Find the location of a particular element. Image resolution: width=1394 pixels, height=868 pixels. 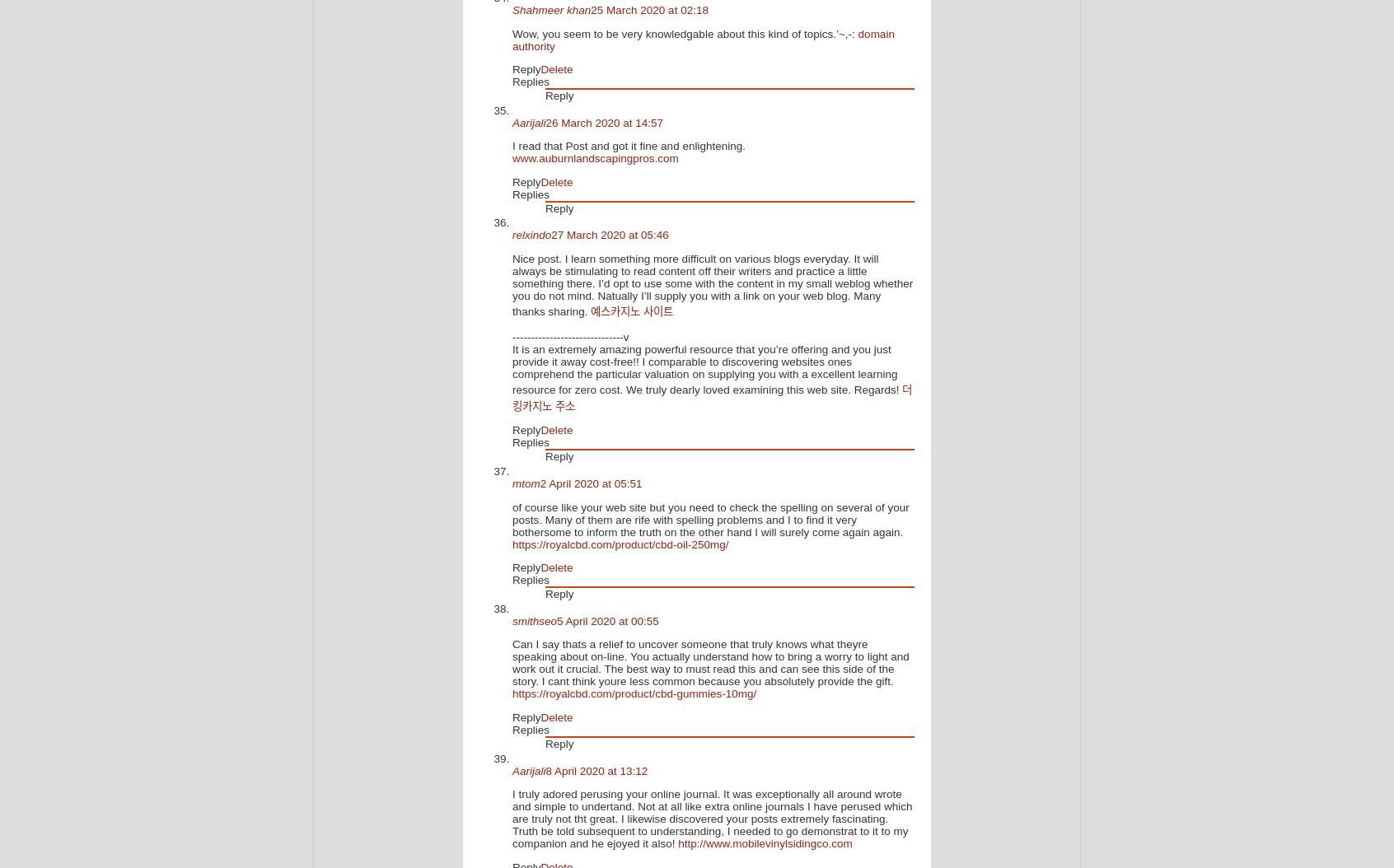

'domain authority' is located at coordinates (702, 39).